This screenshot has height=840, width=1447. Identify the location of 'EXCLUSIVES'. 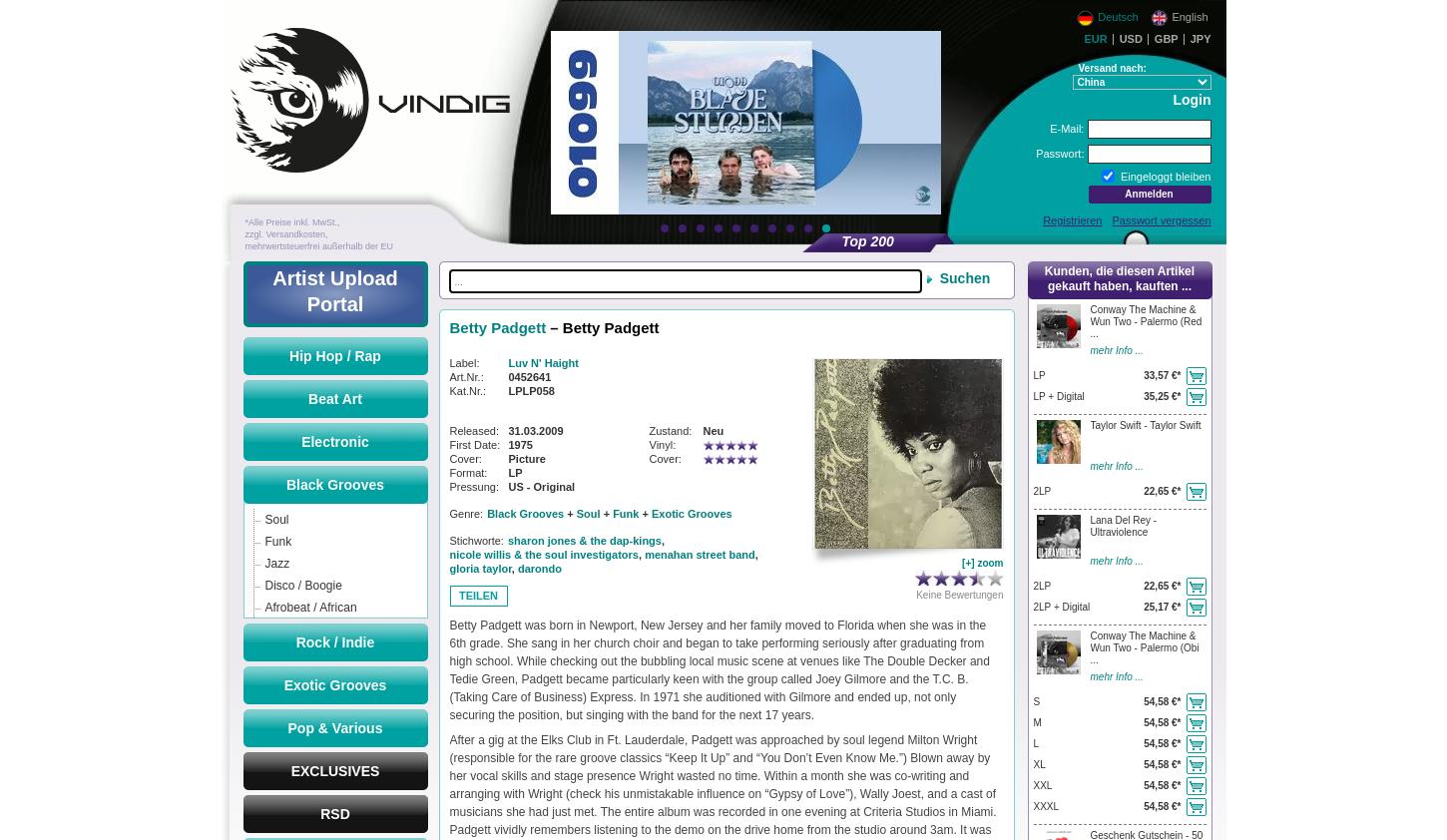
(290, 771).